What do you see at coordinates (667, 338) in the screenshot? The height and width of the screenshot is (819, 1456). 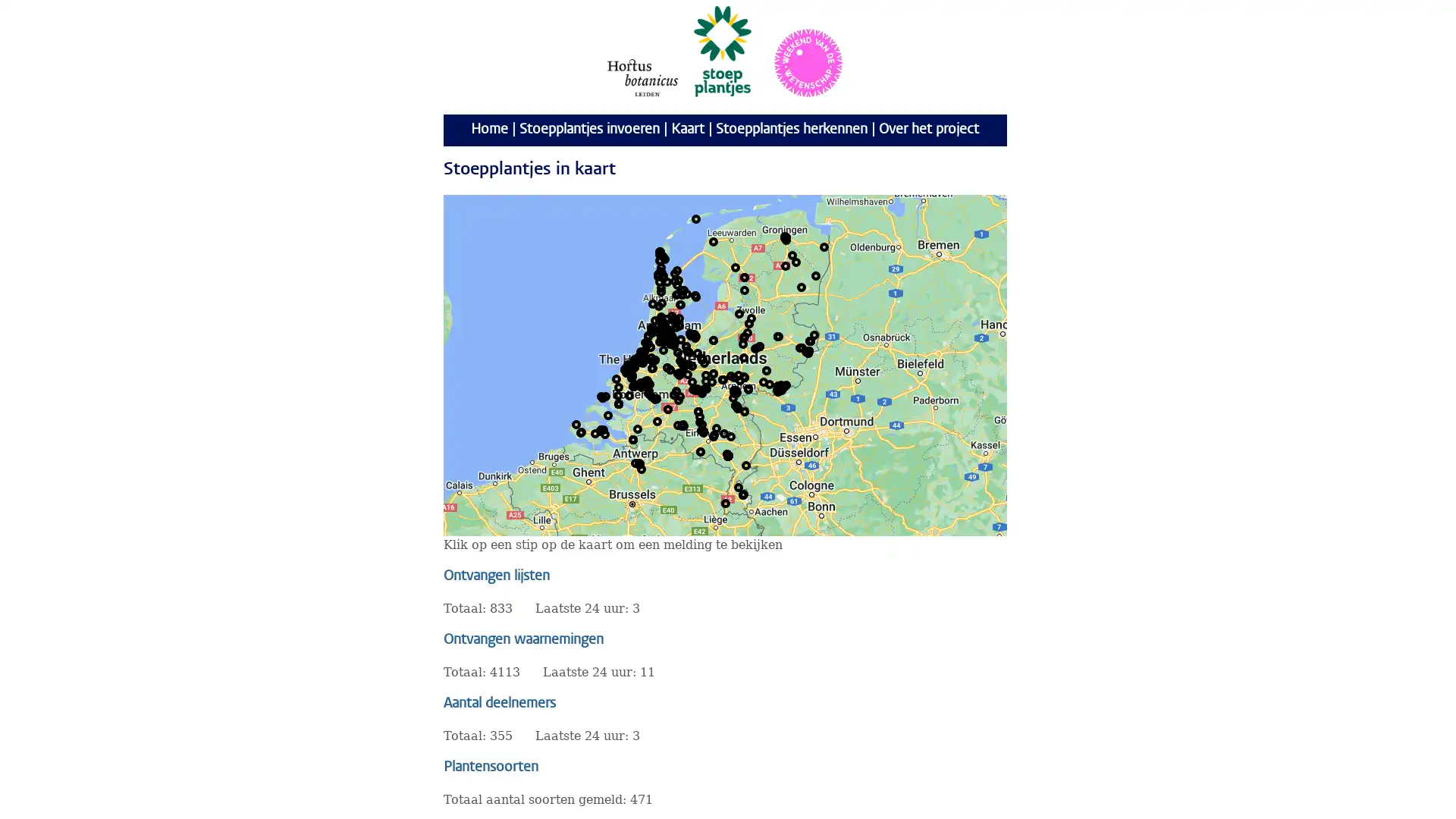 I see `Telling van Ria Simon op 07 oktober 2021` at bounding box center [667, 338].